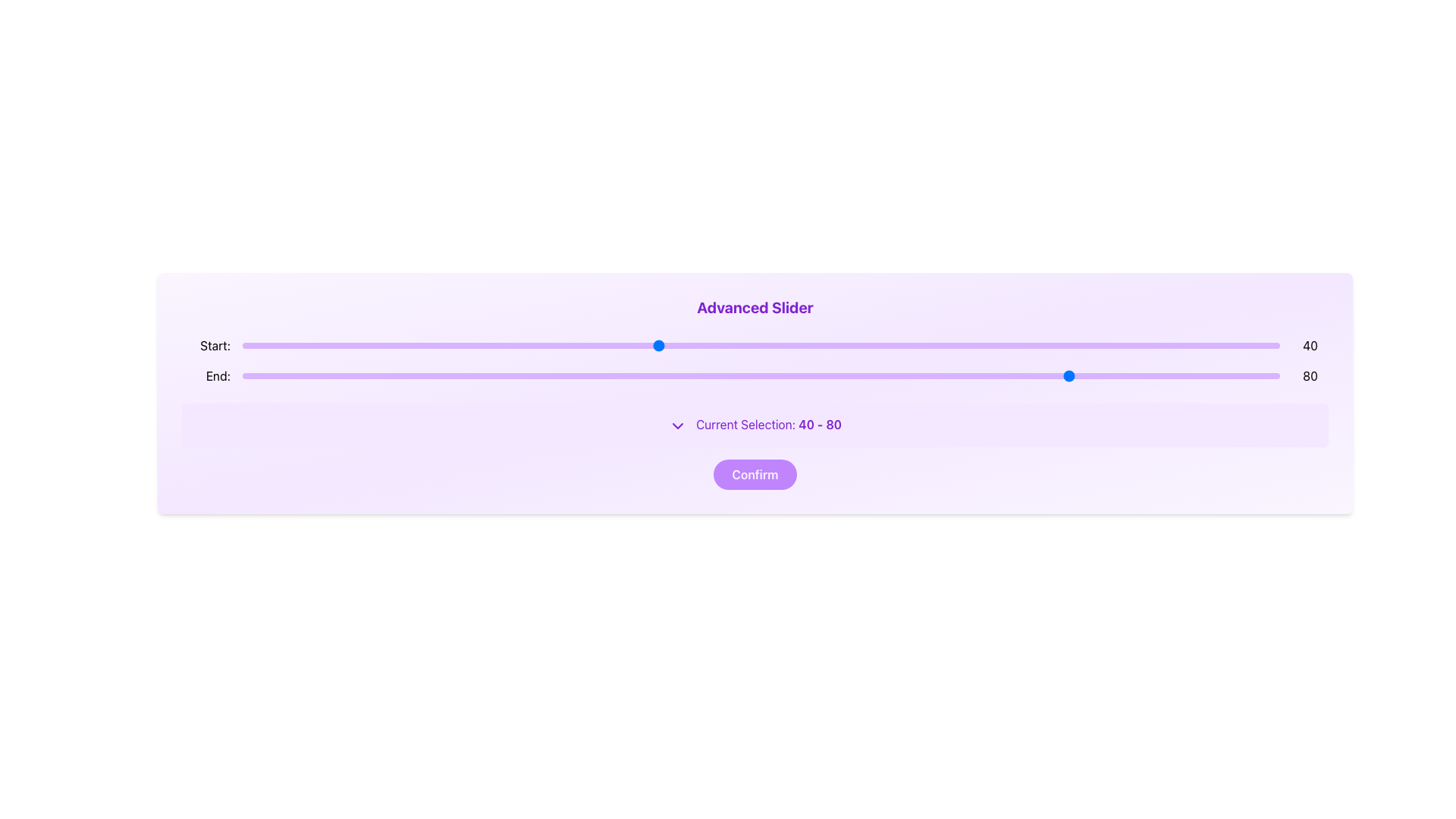 The image size is (1456, 819). I want to click on the start slider, so click(990, 345).